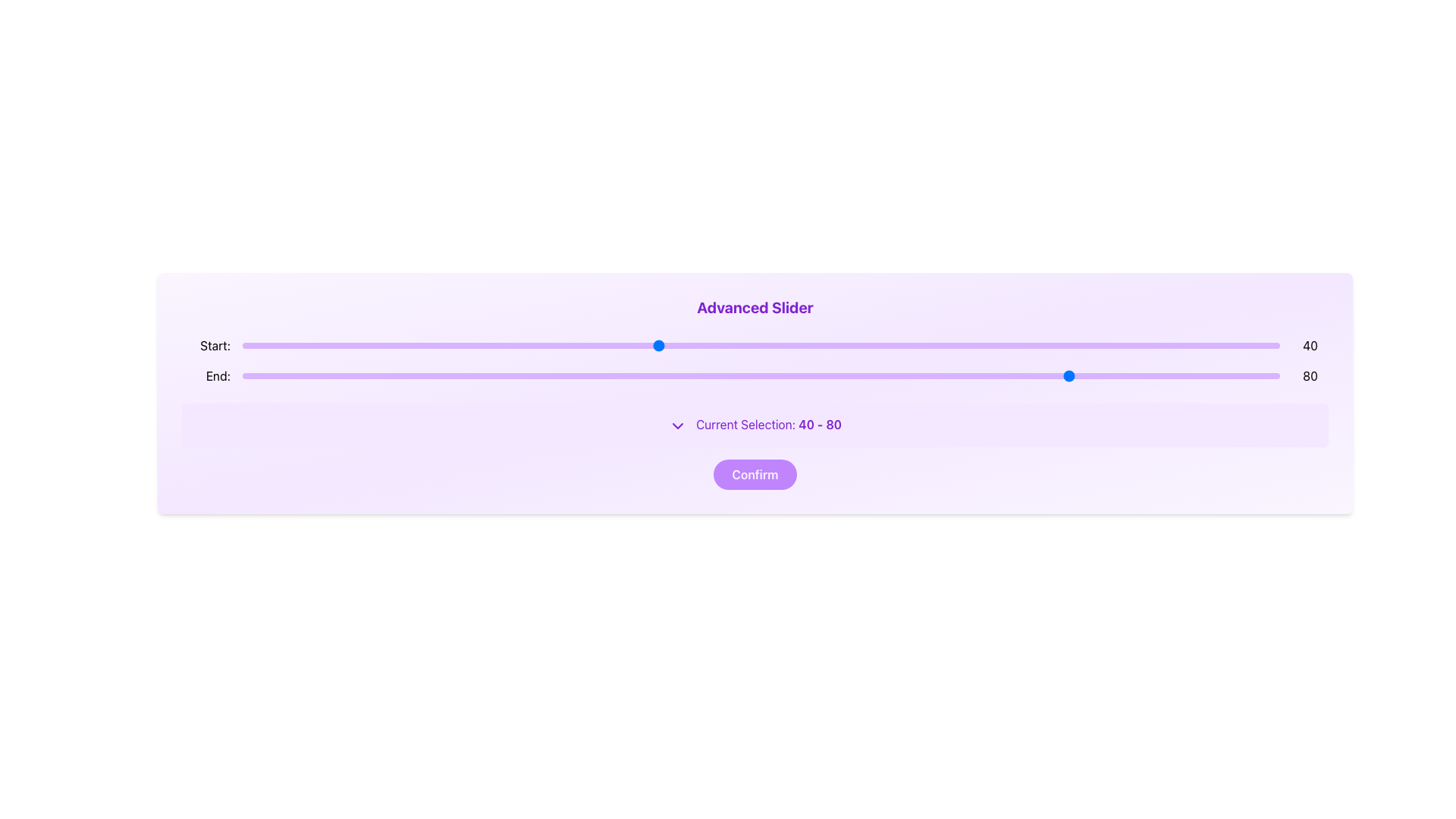 The image size is (1456, 819). I want to click on the start slider, so click(990, 345).